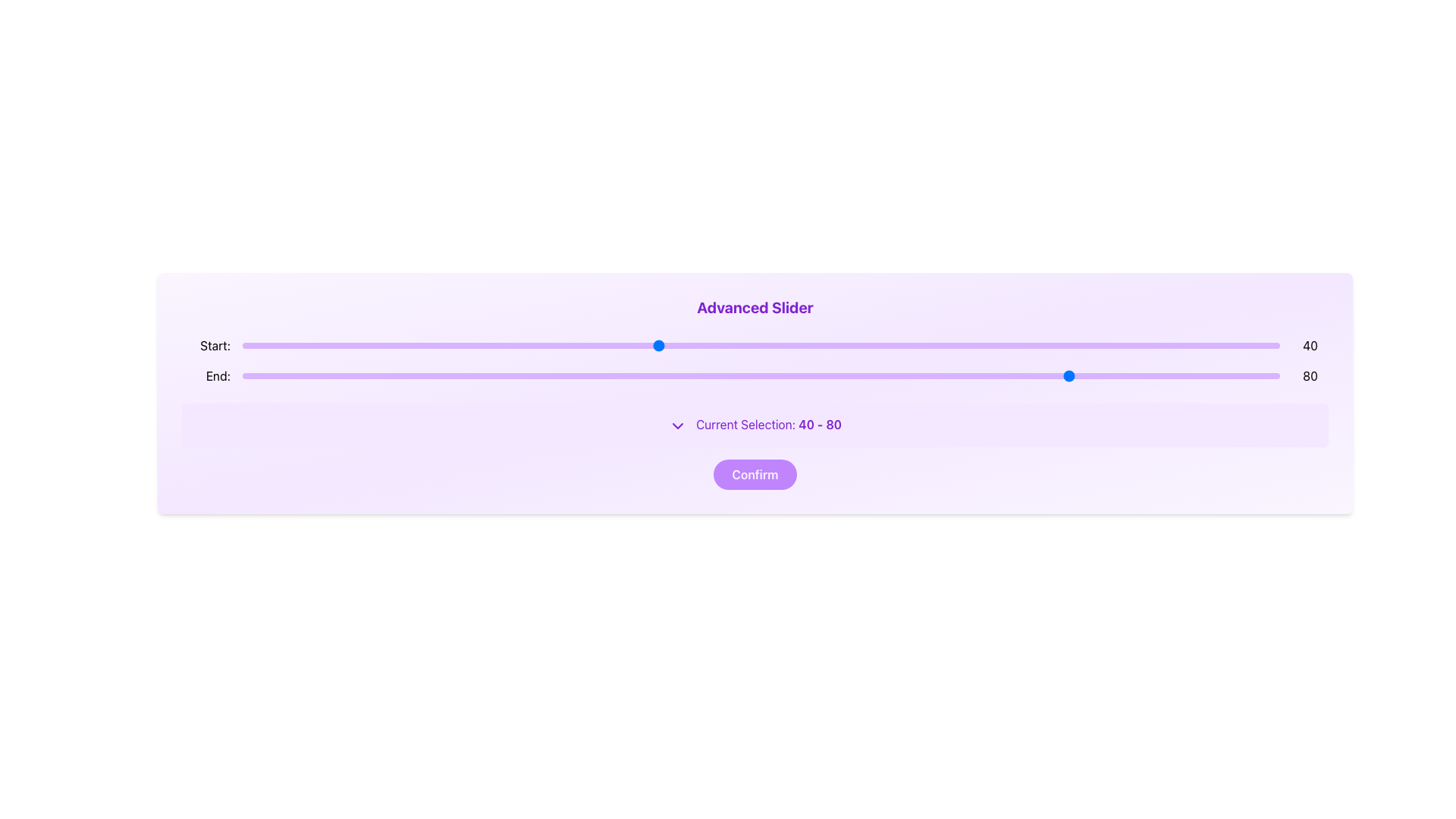 The image size is (1456, 819). I want to click on the start slider, so click(990, 345).